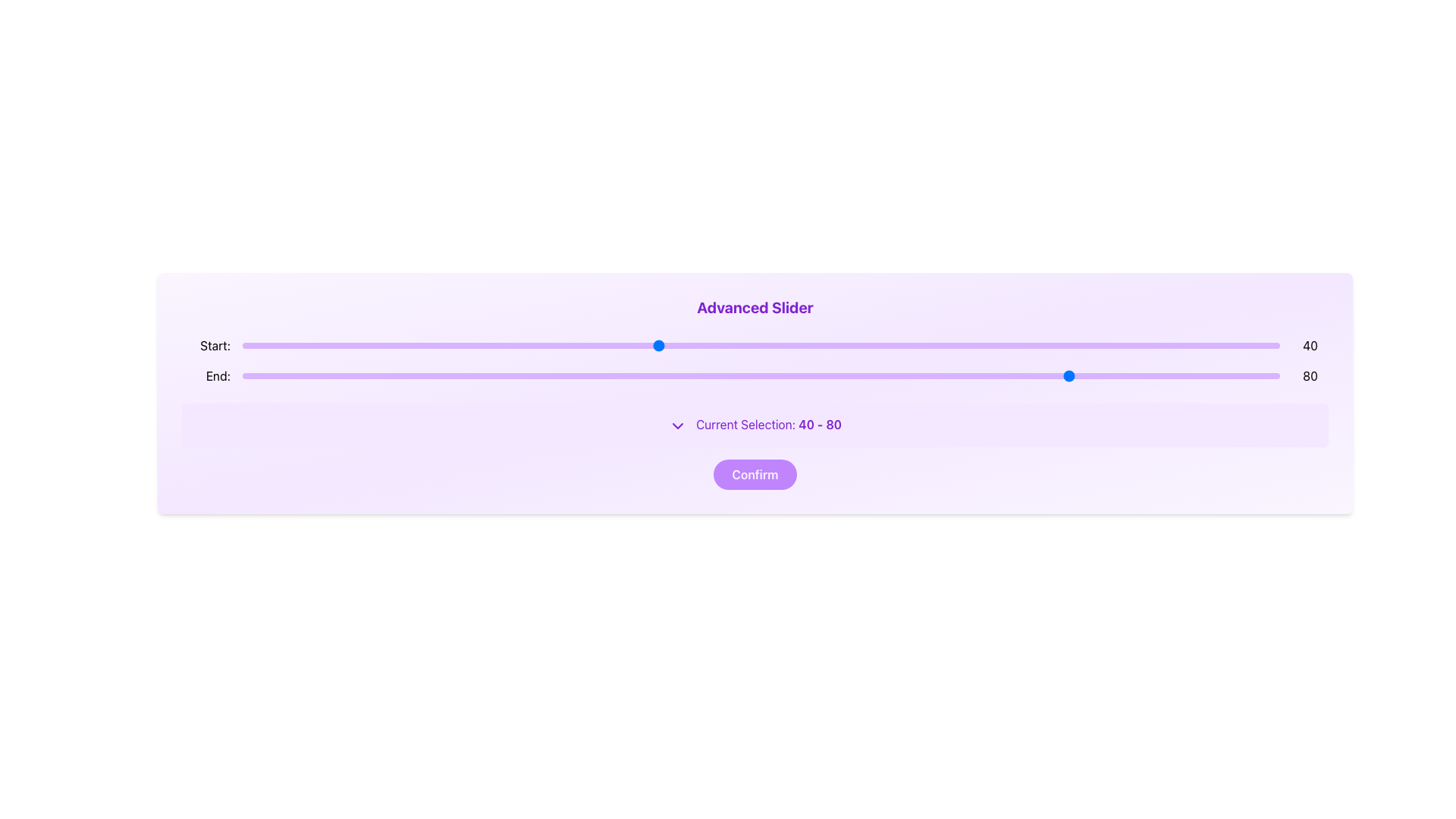 The image size is (1456, 819). I want to click on the start slider, so click(990, 345).